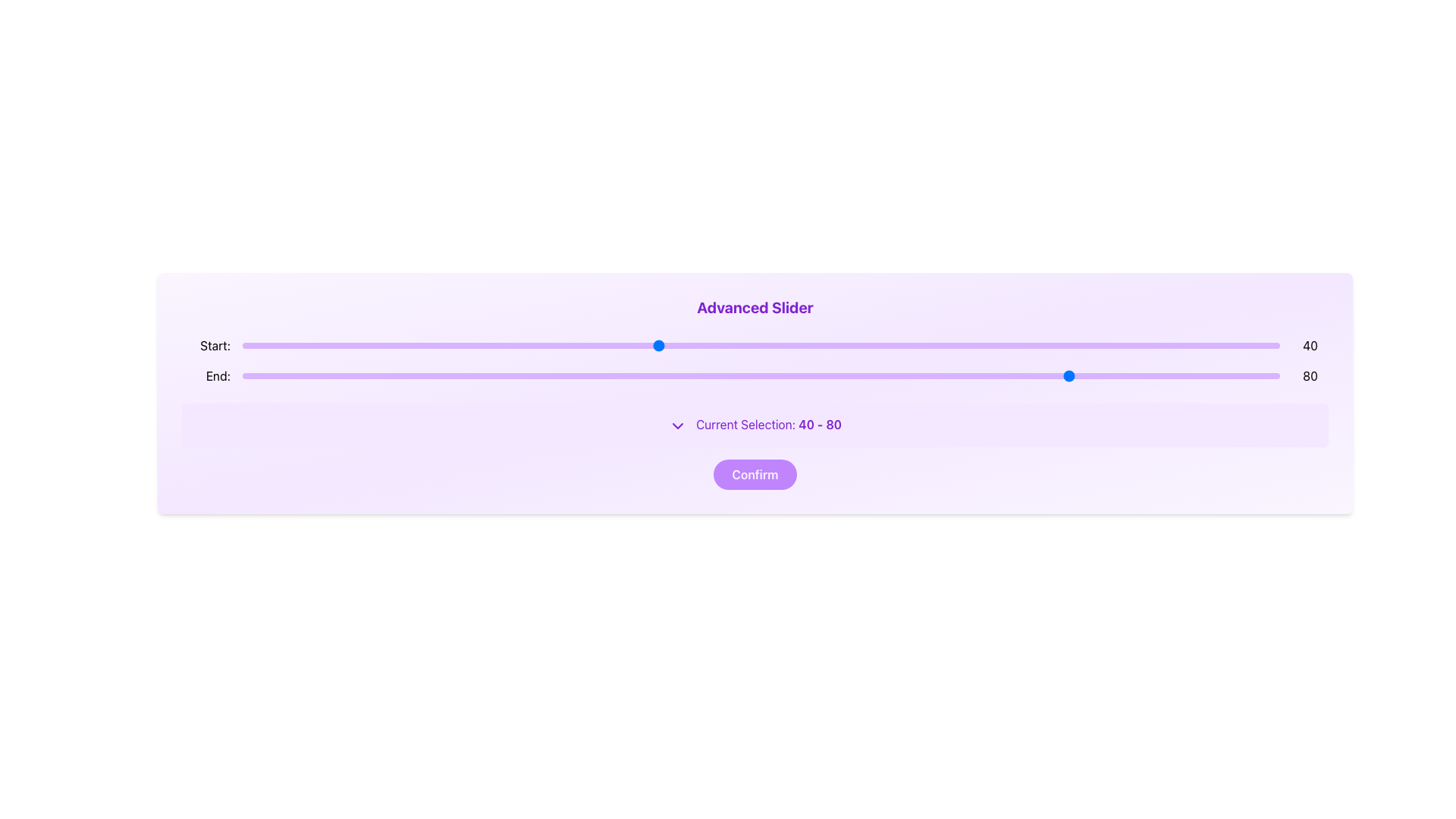 The image size is (1456, 819). I want to click on the start slider, so click(990, 345).